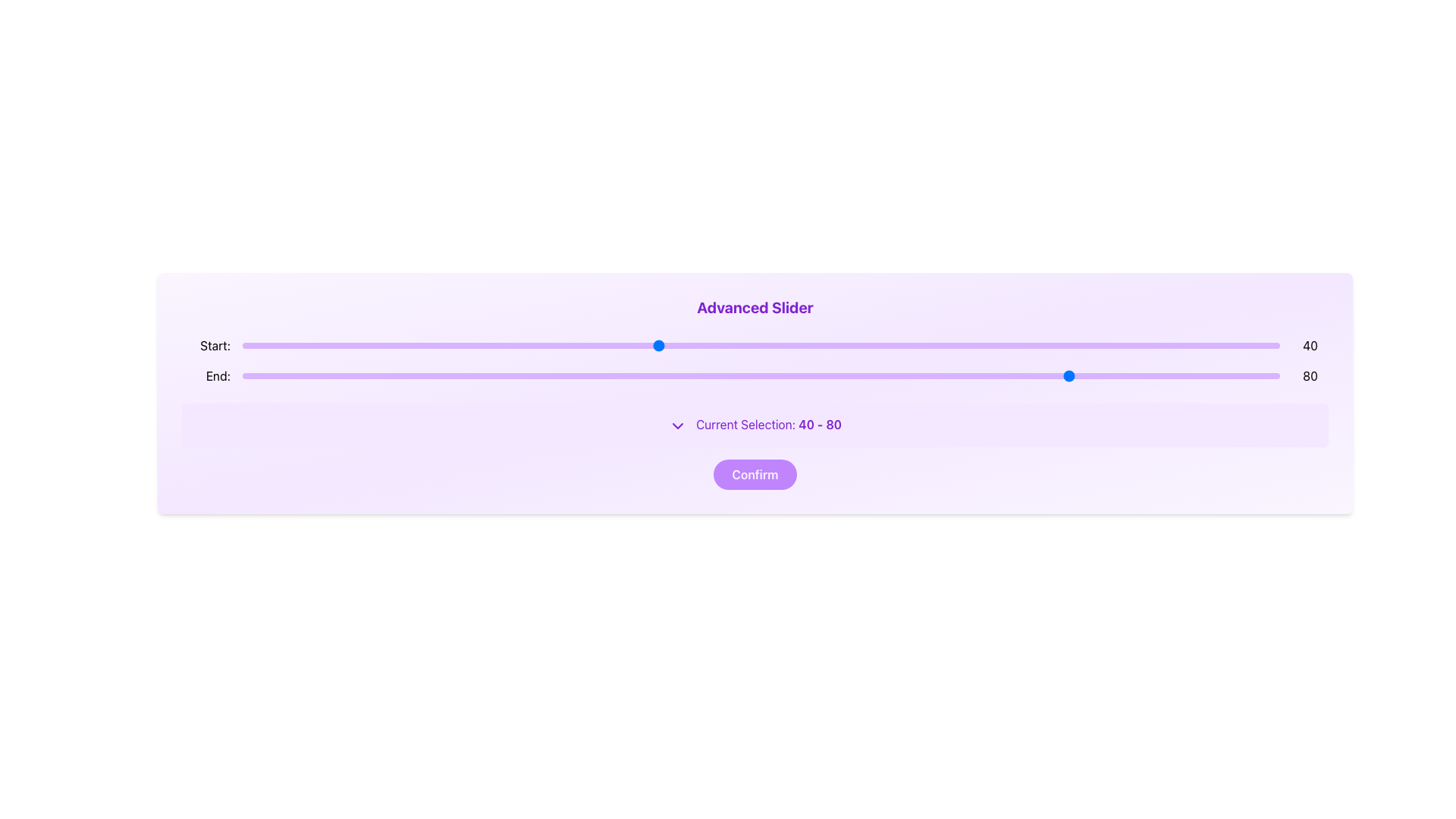 The image size is (1456, 819). I want to click on the start slider, so click(990, 345).